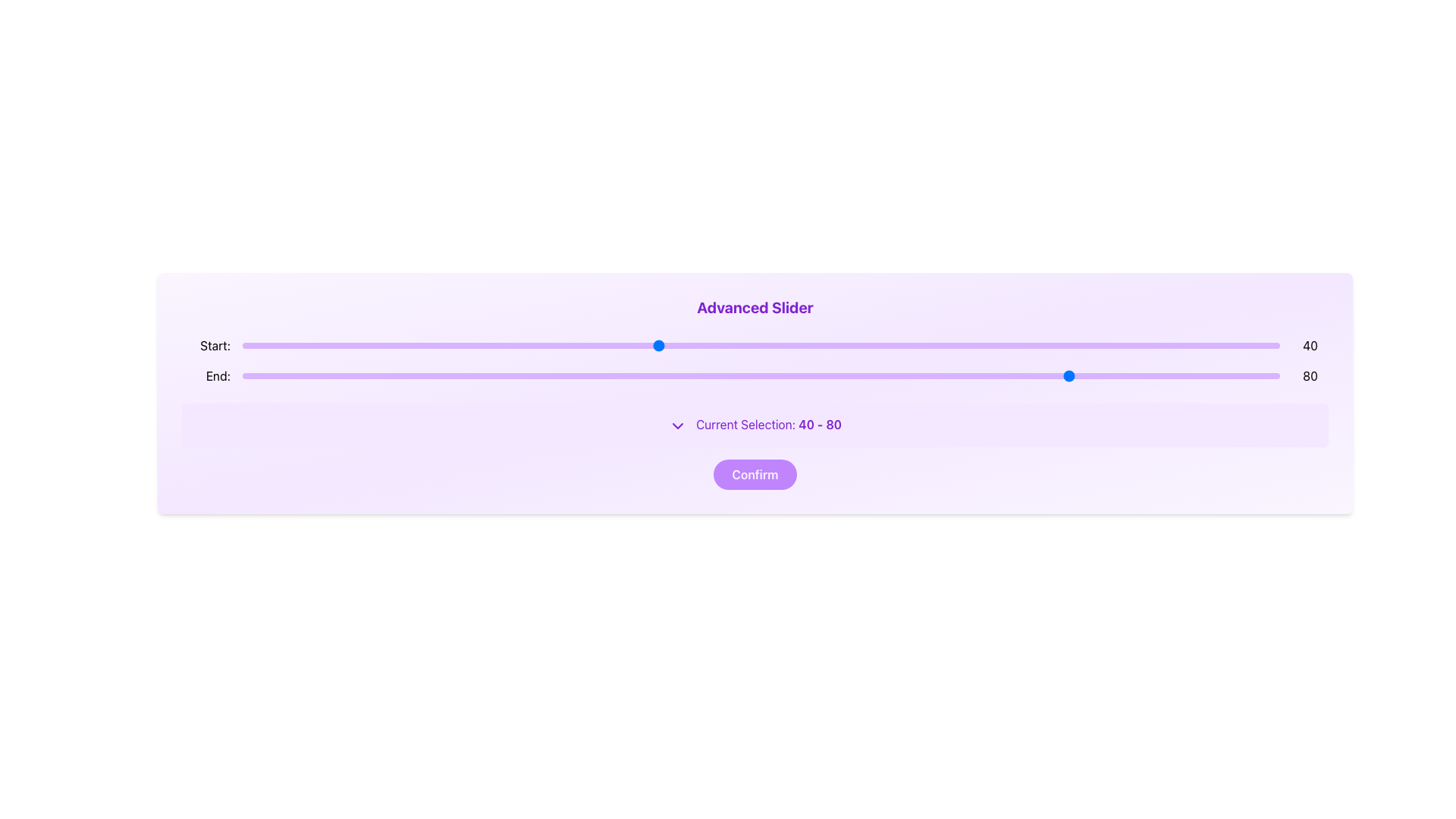 The image size is (1456, 819). I want to click on the start slider, so click(990, 345).